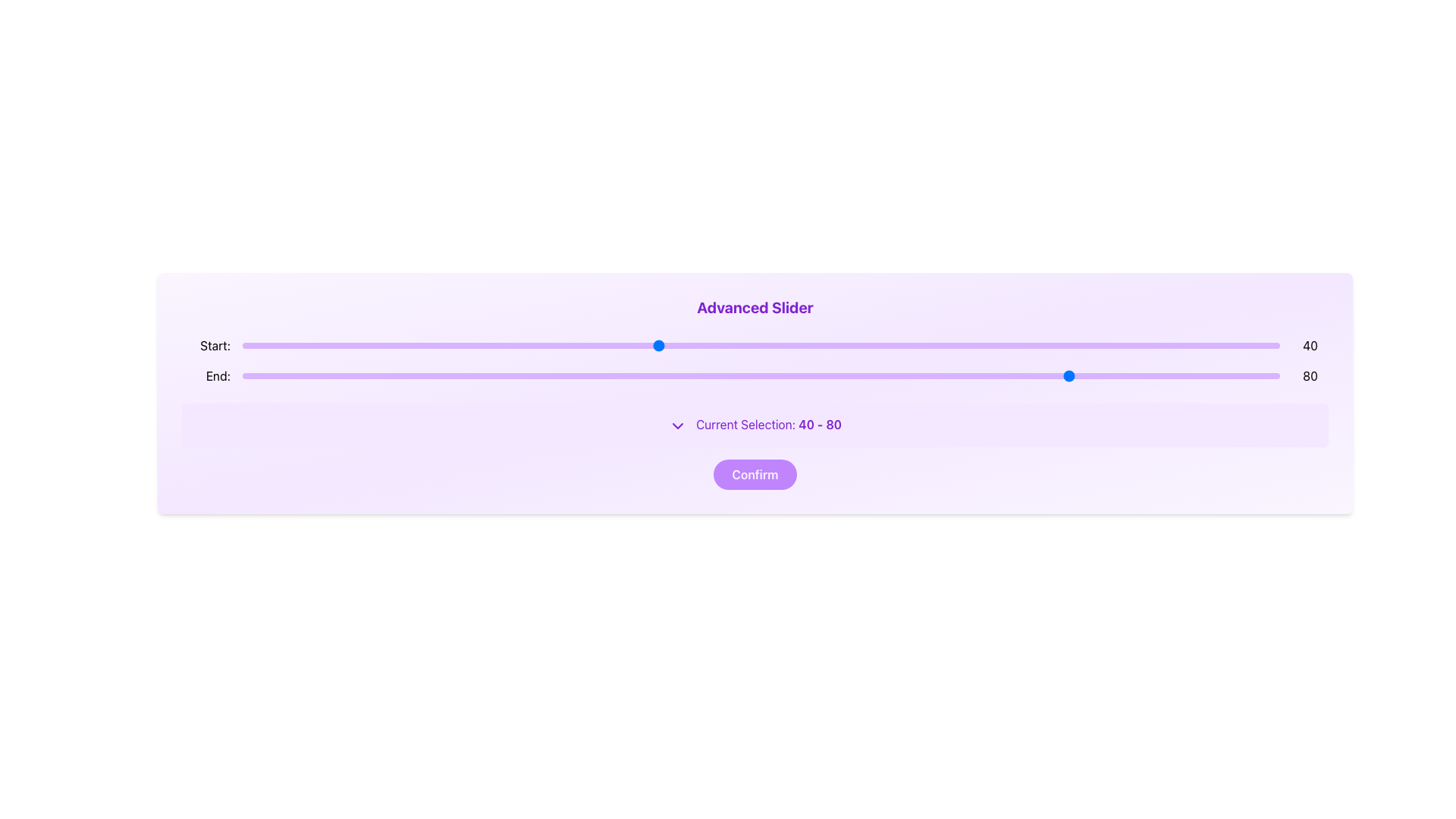 The image size is (1456, 819). I want to click on the start slider, so click(990, 345).